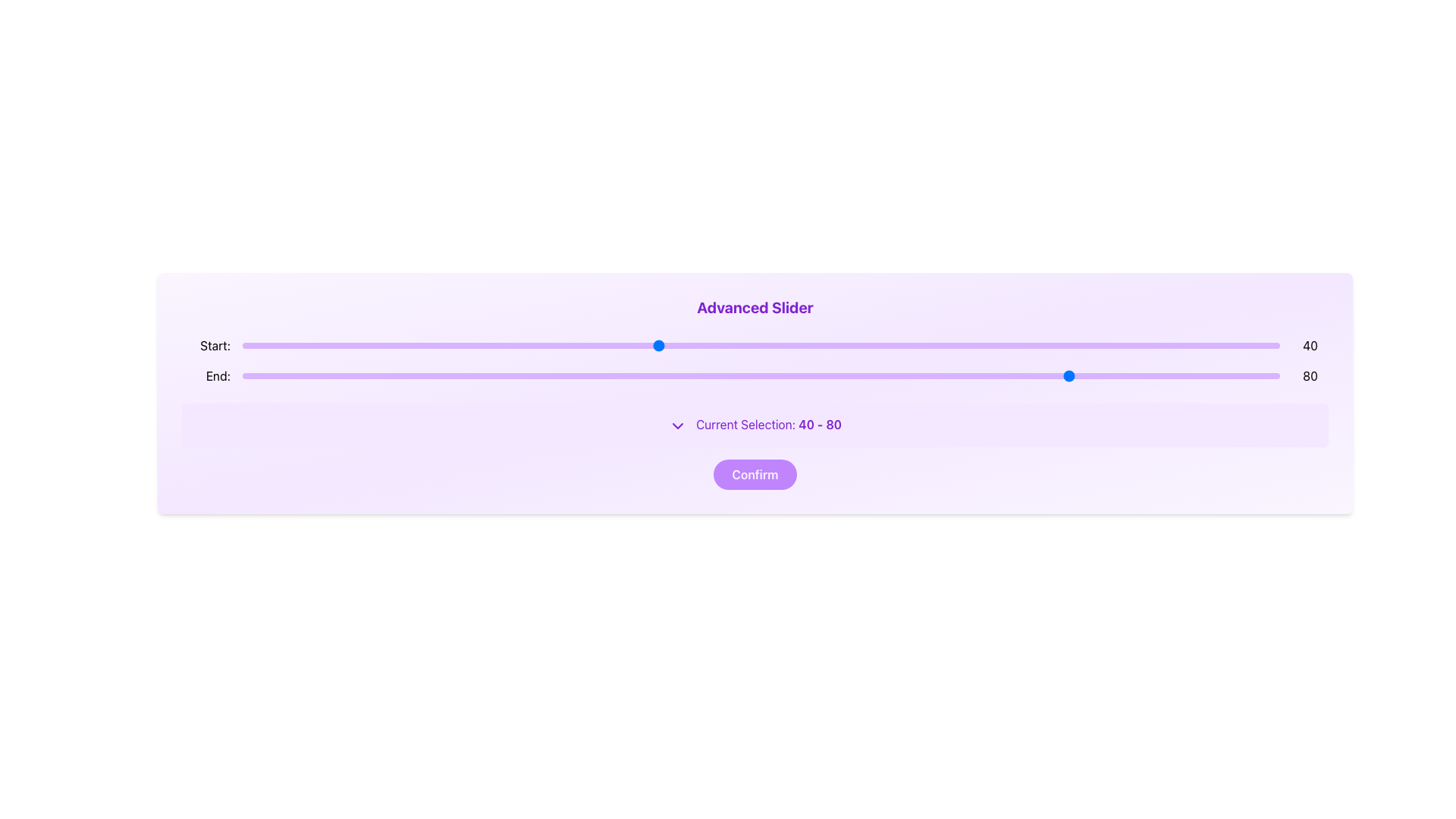 The image size is (1456, 819). I want to click on the start slider, so click(990, 345).